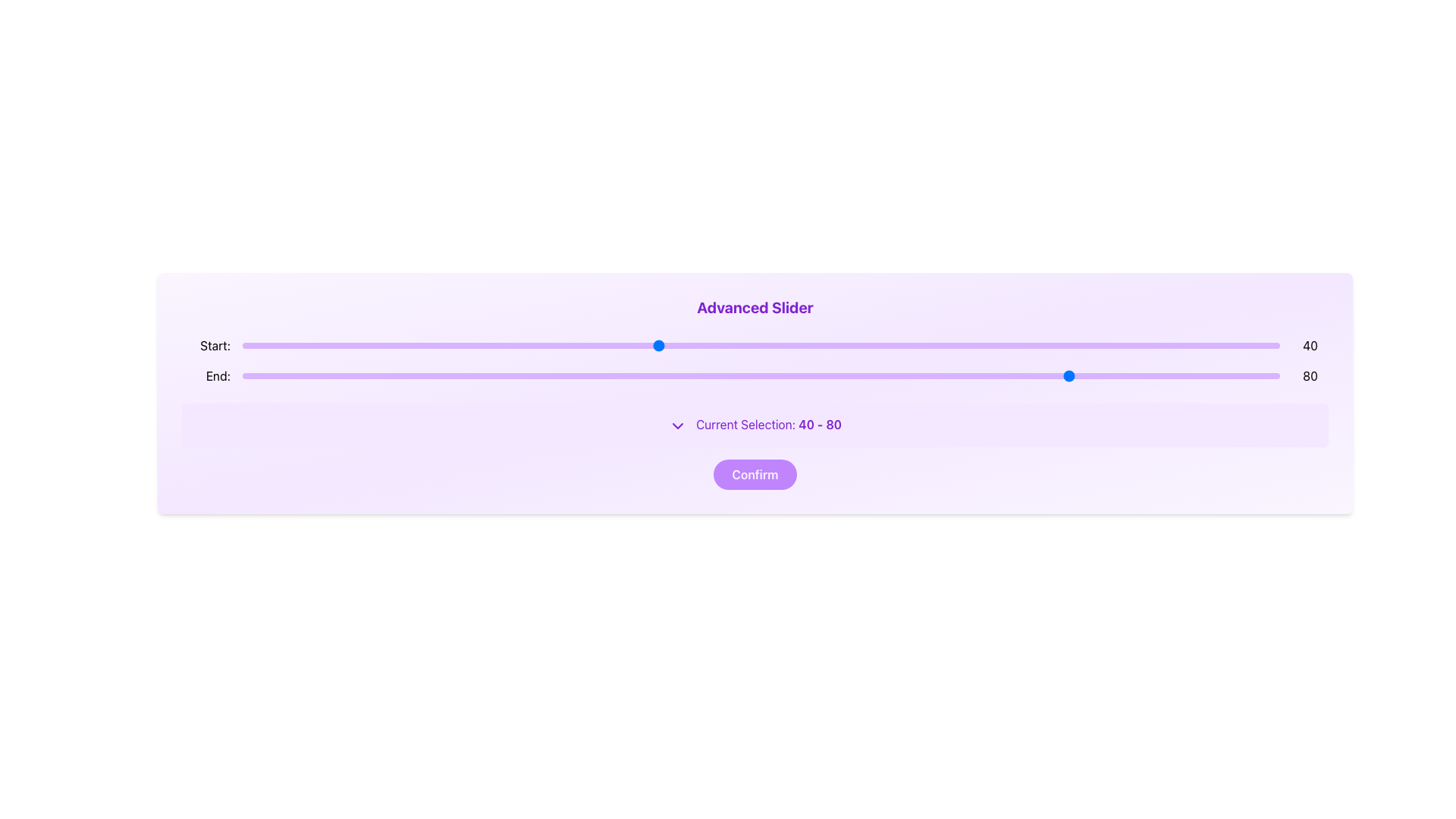 The image size is (1456, 819). I want to click on the start slider, so click(990, 345).